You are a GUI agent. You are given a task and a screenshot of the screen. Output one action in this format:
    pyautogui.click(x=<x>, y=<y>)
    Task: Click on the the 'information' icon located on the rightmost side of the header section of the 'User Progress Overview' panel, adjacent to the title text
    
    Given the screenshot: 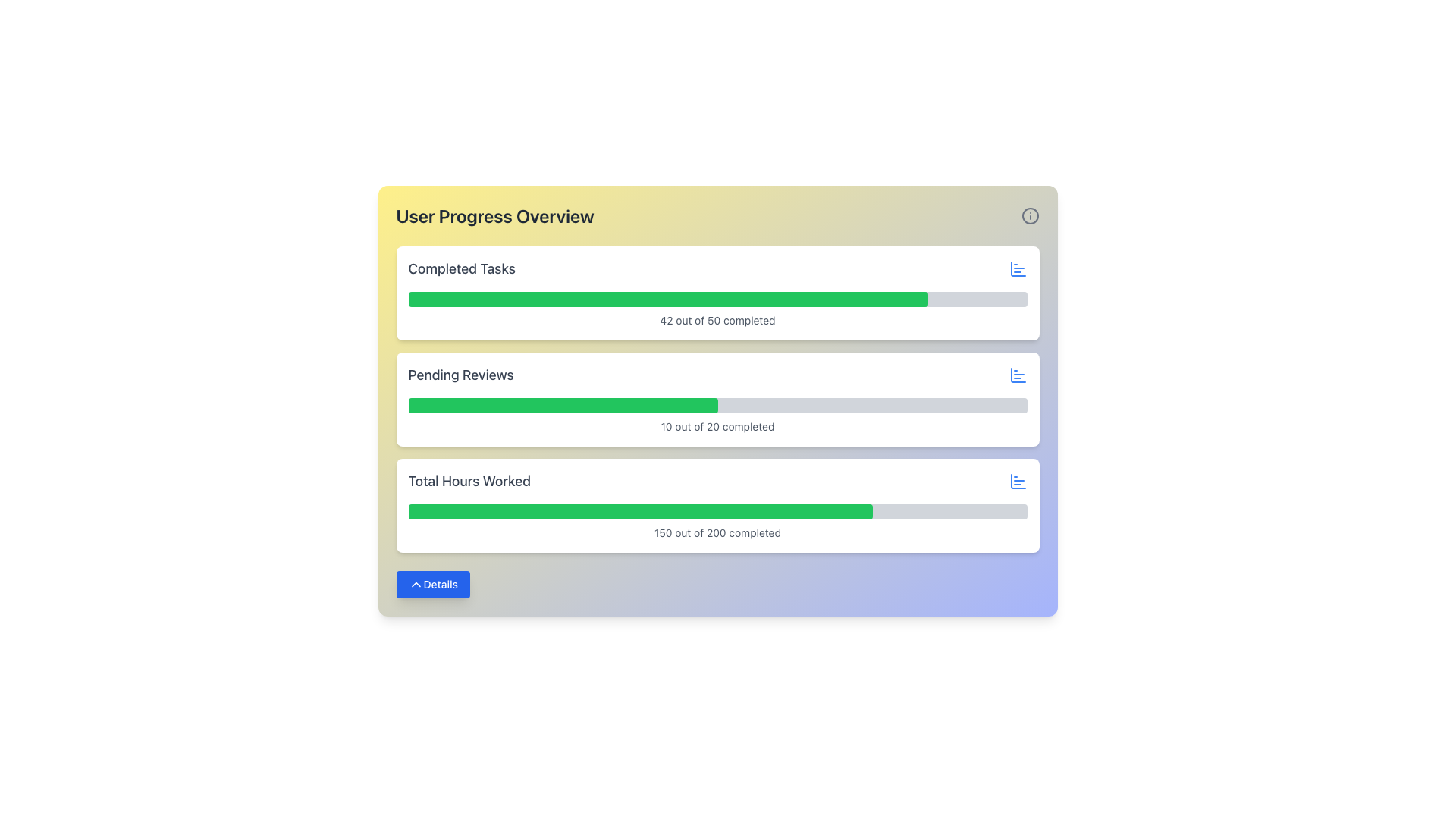 What is the action you would take?
    pyautogui.click(x=1030, y=216)
    